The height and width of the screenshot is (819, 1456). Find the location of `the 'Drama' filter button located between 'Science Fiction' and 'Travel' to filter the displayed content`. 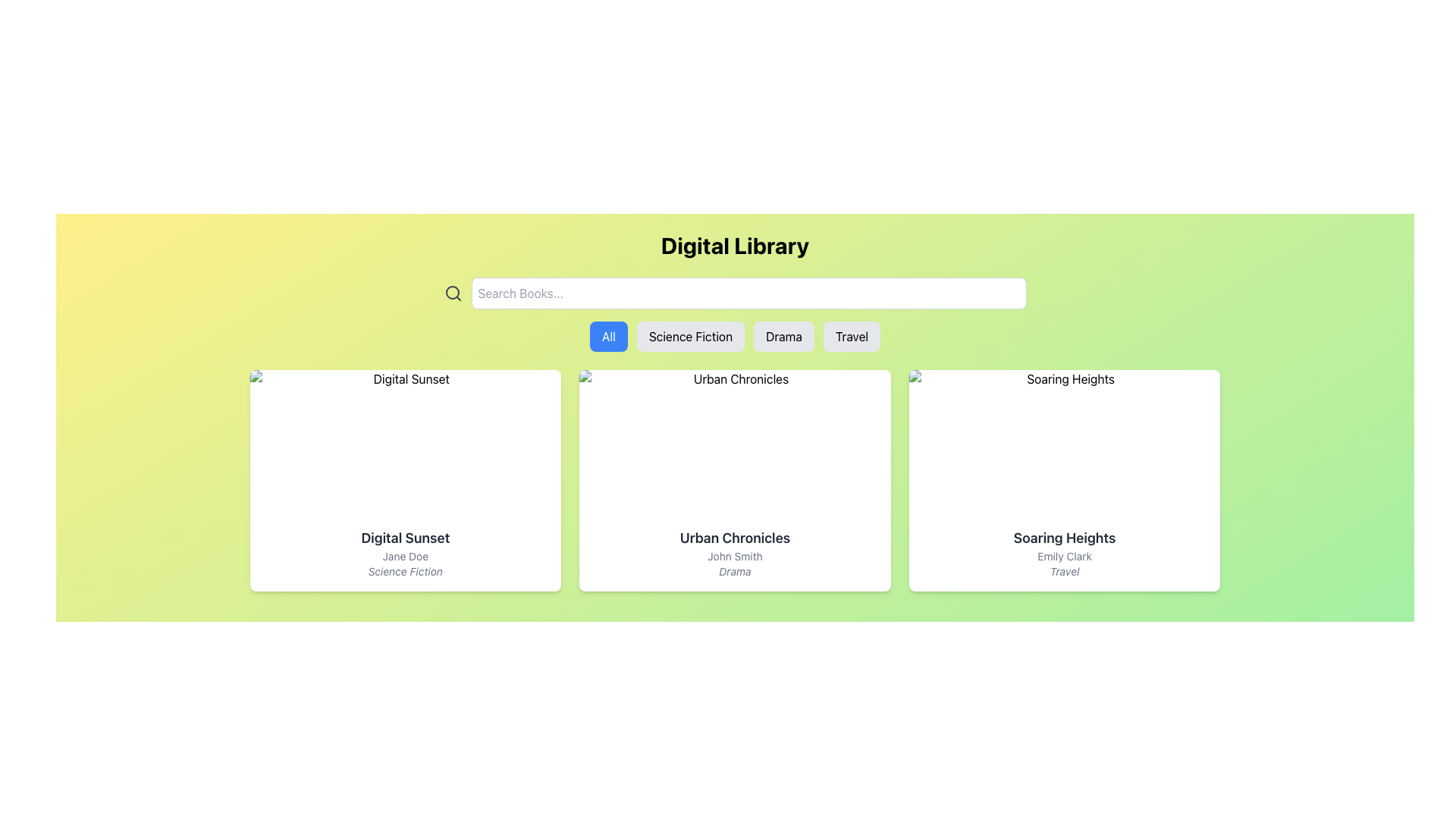

the 'Drama' filter button located between 'Science Fiction' and 'Travel' to filter the displayed content is located at coordinates (783, 335).